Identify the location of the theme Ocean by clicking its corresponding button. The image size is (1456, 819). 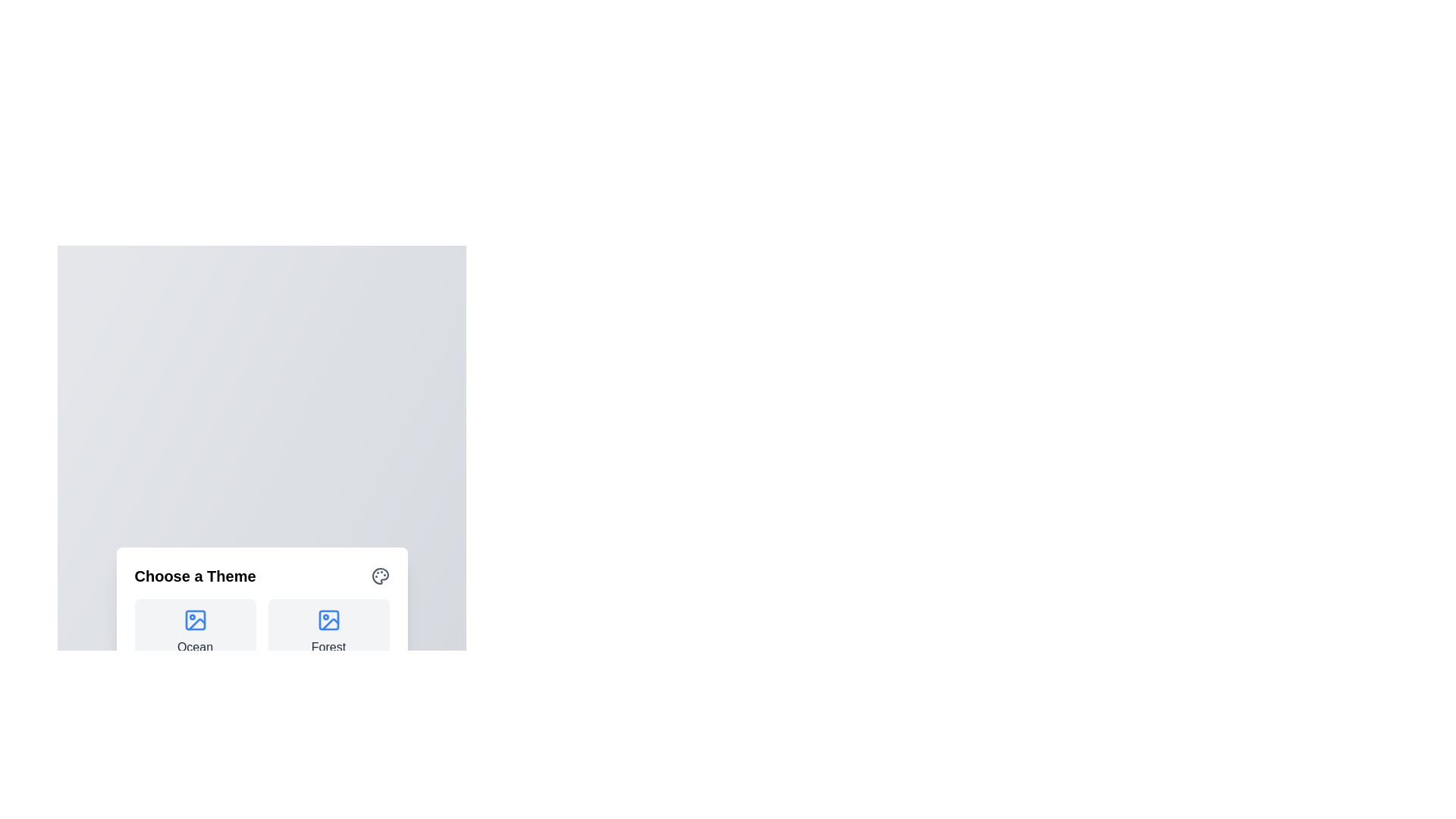
(194, 632).